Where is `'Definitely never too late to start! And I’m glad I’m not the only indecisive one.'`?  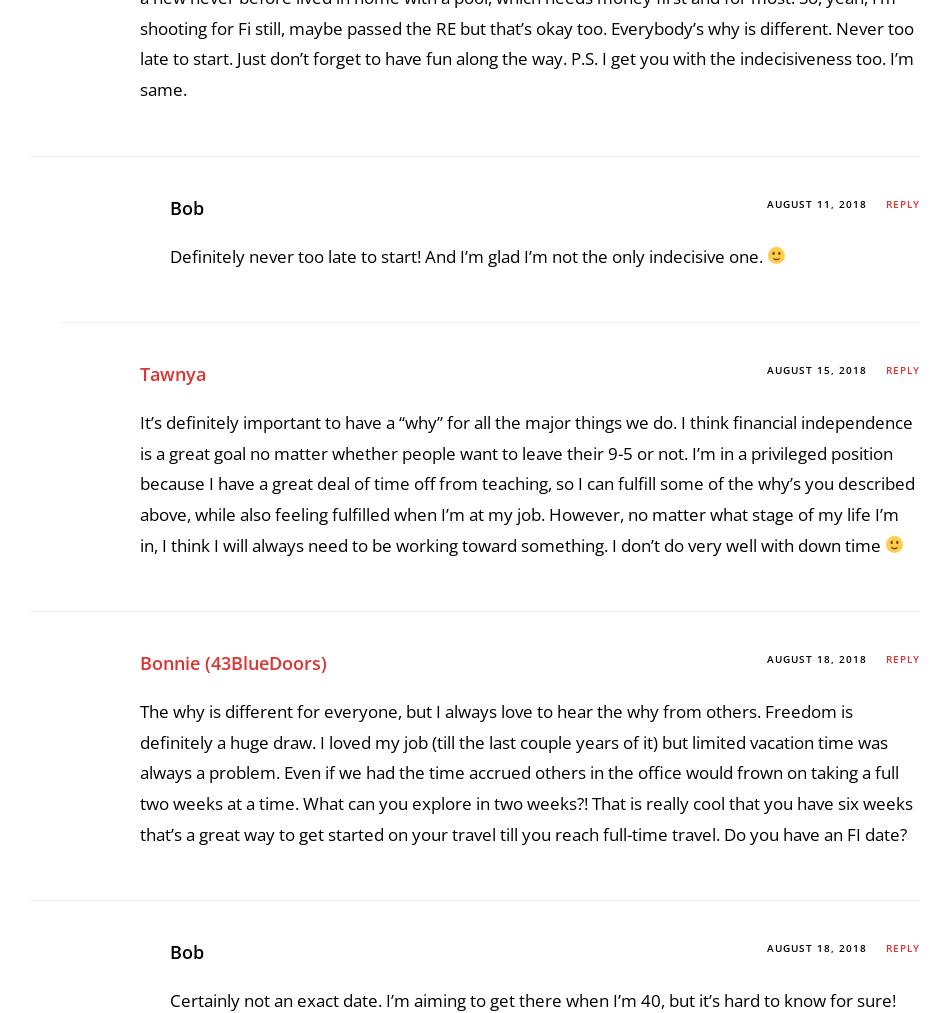 'Definitely never too late to start! And I’m glad I’m not the only indecisive one.' is located at coordinates (467, 817).